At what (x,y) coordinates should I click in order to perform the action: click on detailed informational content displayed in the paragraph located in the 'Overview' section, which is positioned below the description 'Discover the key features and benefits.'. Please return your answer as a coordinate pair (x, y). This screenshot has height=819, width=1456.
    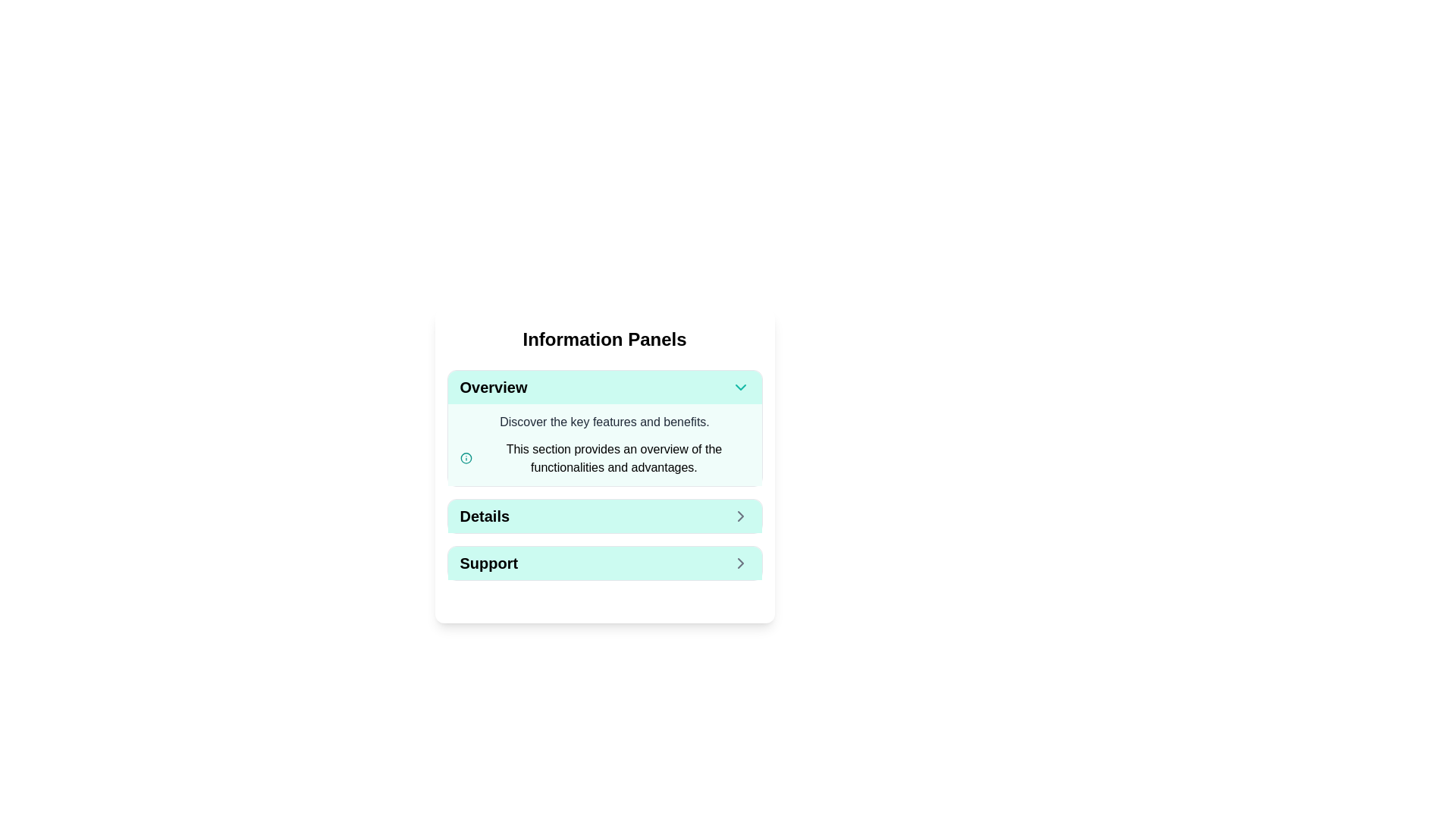
    Looking at the image, I should click on (613, 458).